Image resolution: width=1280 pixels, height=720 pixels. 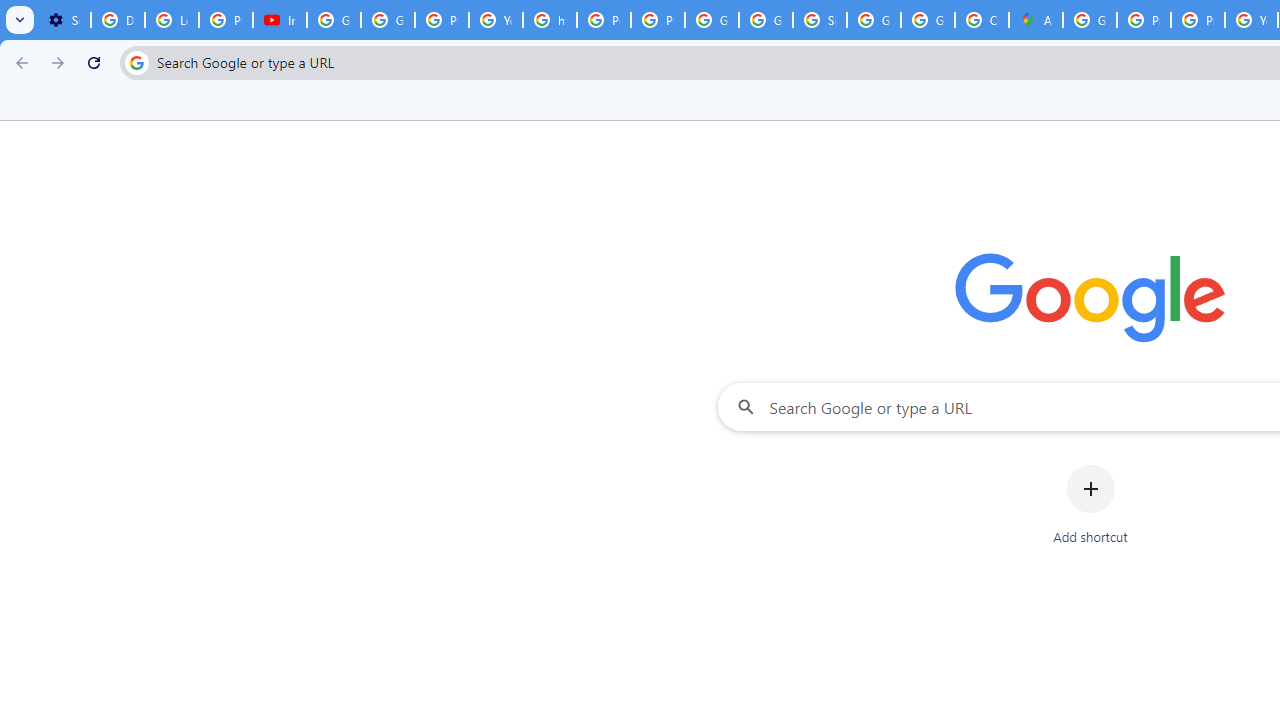 What do you see at coordinates (1144, 20) in the screenshot?
I see `'Privacy Help Center - Policies Help'` at bounding box center [1144, 20].